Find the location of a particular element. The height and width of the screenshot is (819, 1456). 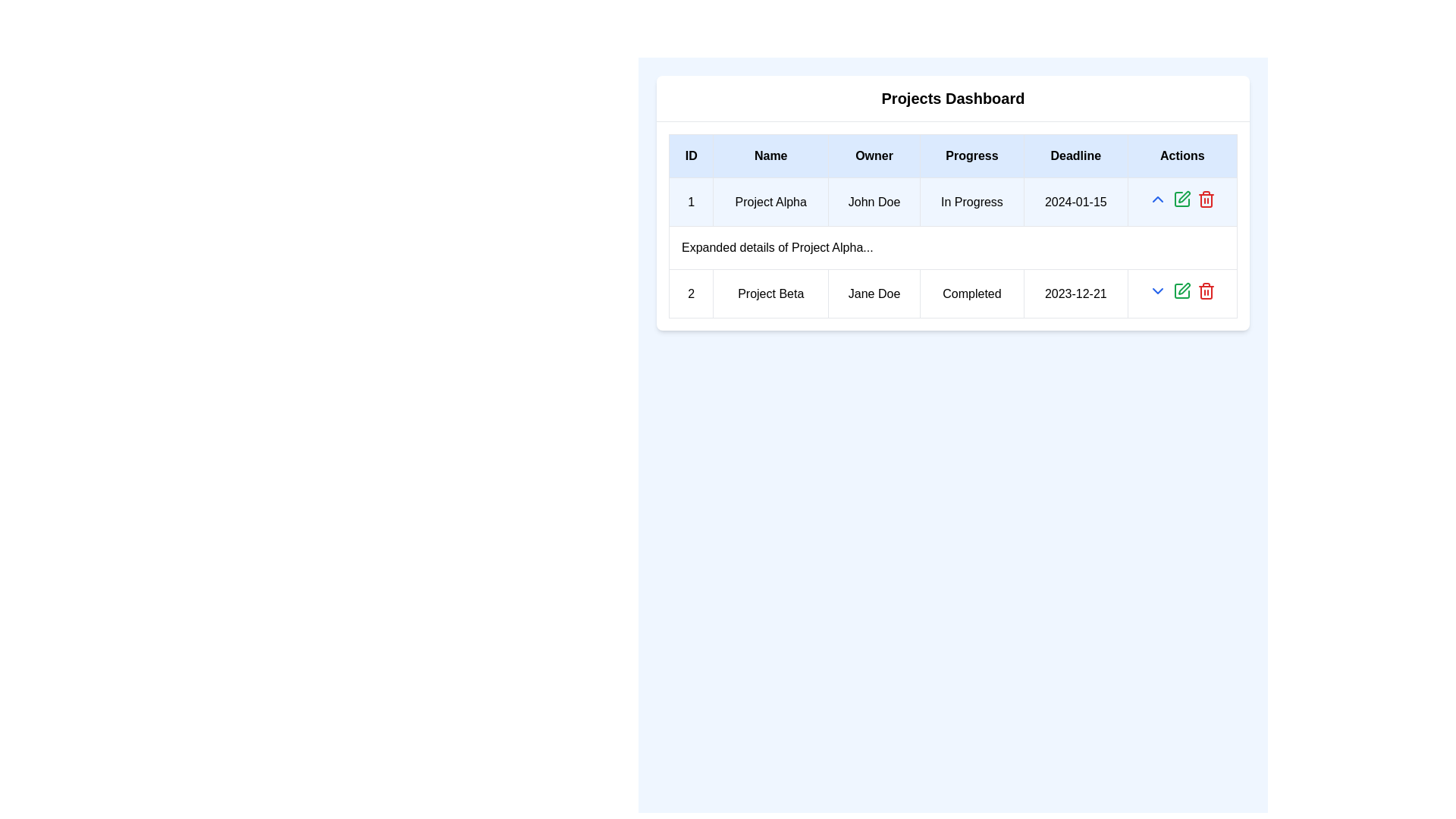

the edit icon in the 'Actions' column of the second row to initiate editing for the 'Project Beta' entry is located at coordinates (1181, 291).